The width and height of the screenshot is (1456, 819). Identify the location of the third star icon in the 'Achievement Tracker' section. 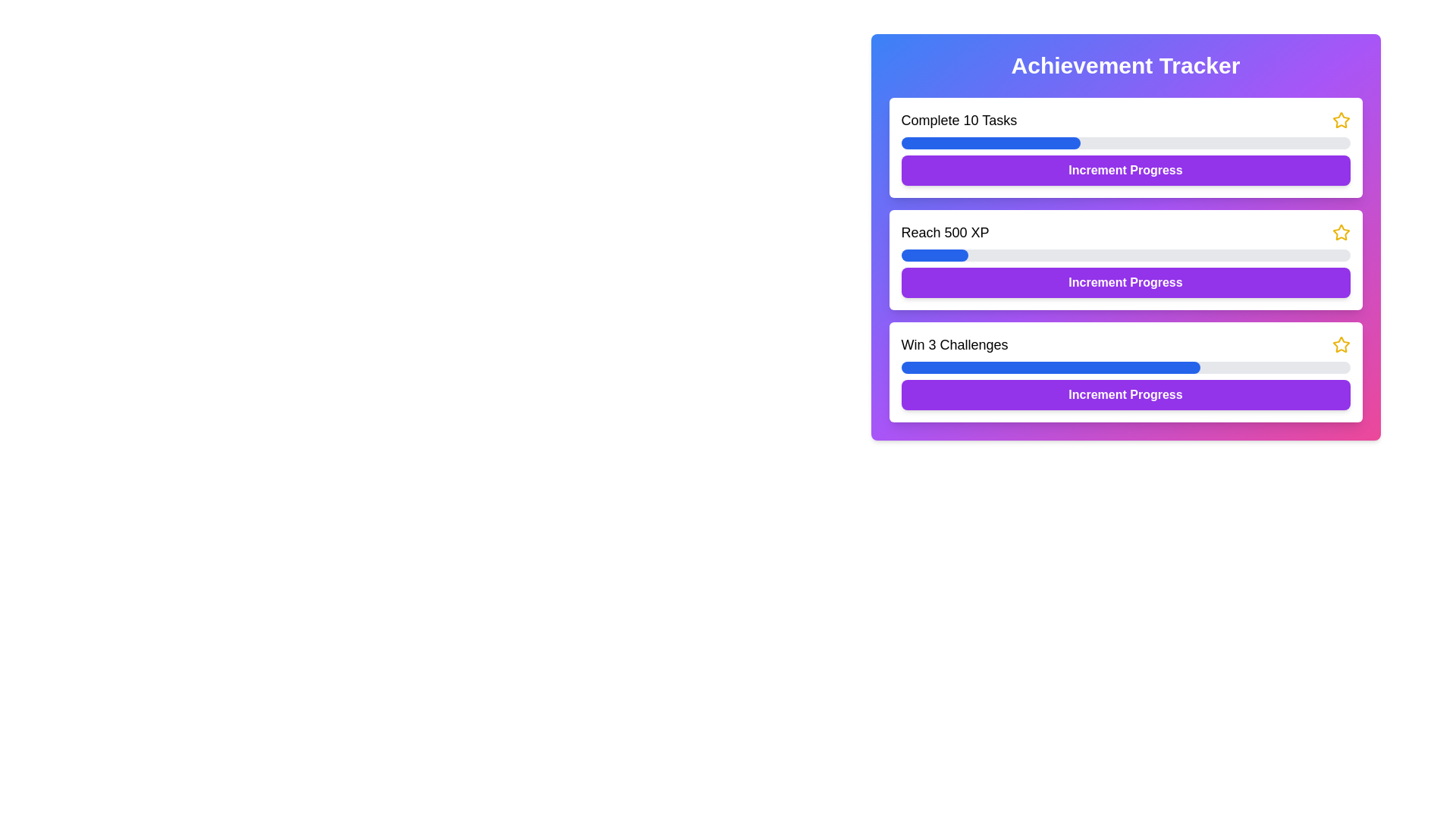
(1341, 345).